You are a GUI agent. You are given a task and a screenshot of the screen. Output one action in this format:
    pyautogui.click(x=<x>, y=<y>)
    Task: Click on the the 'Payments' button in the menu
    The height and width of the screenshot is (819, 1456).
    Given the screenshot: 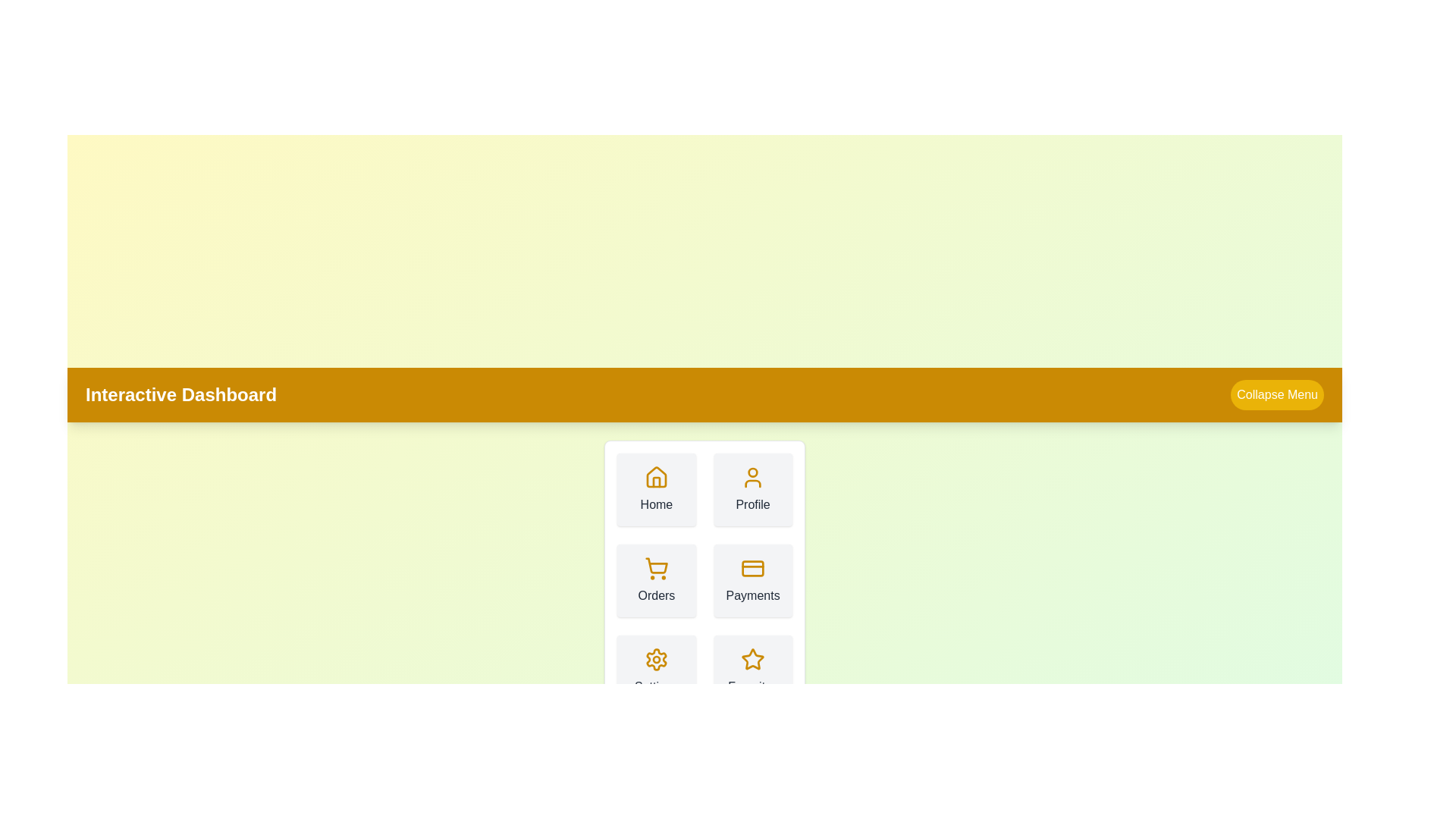 What is the action you would take?
    pyautogui.click(x=753, y=580)
    